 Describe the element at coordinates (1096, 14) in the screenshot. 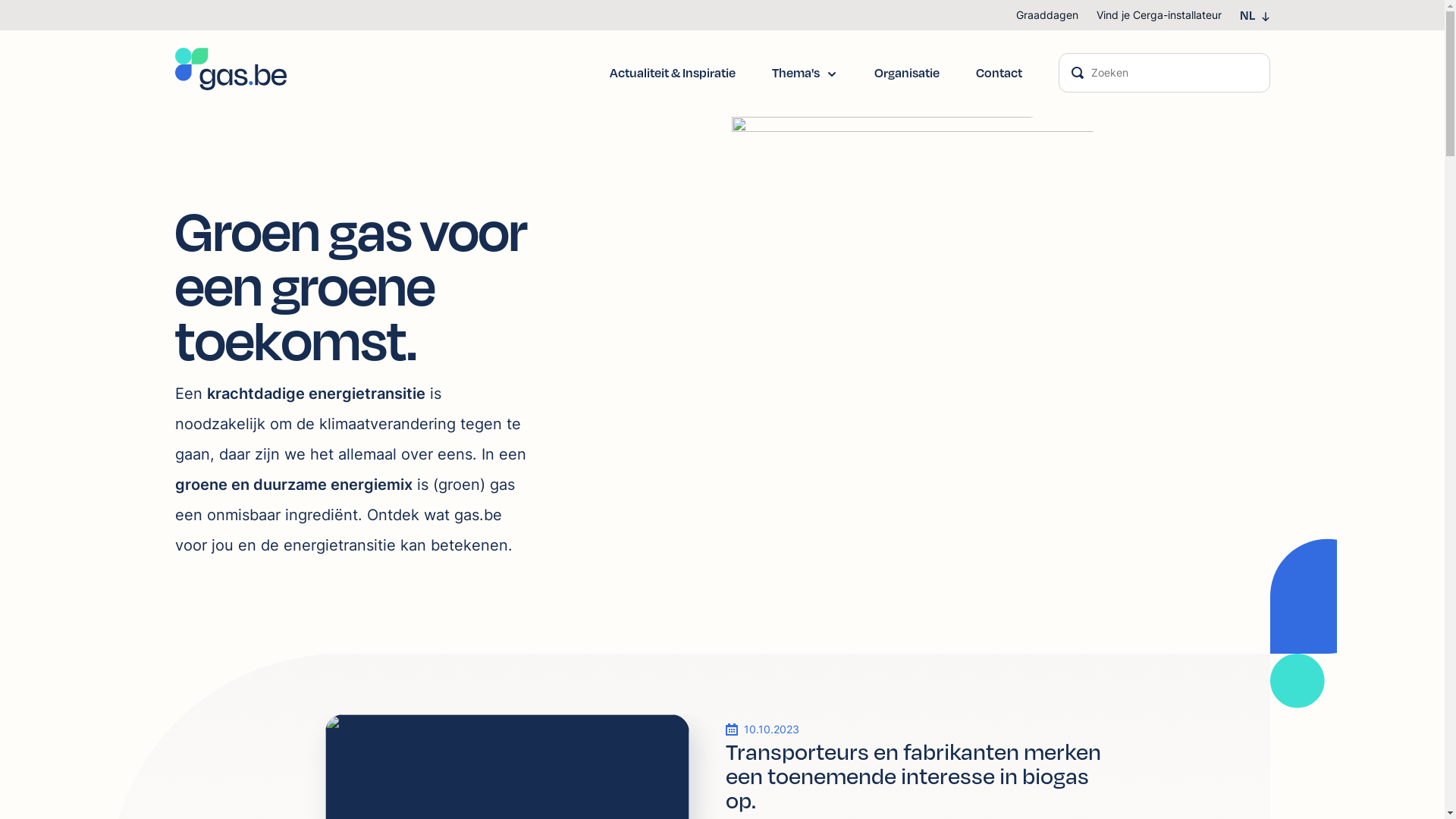

I see `'Vind je Cerga-installateur'` at that location.